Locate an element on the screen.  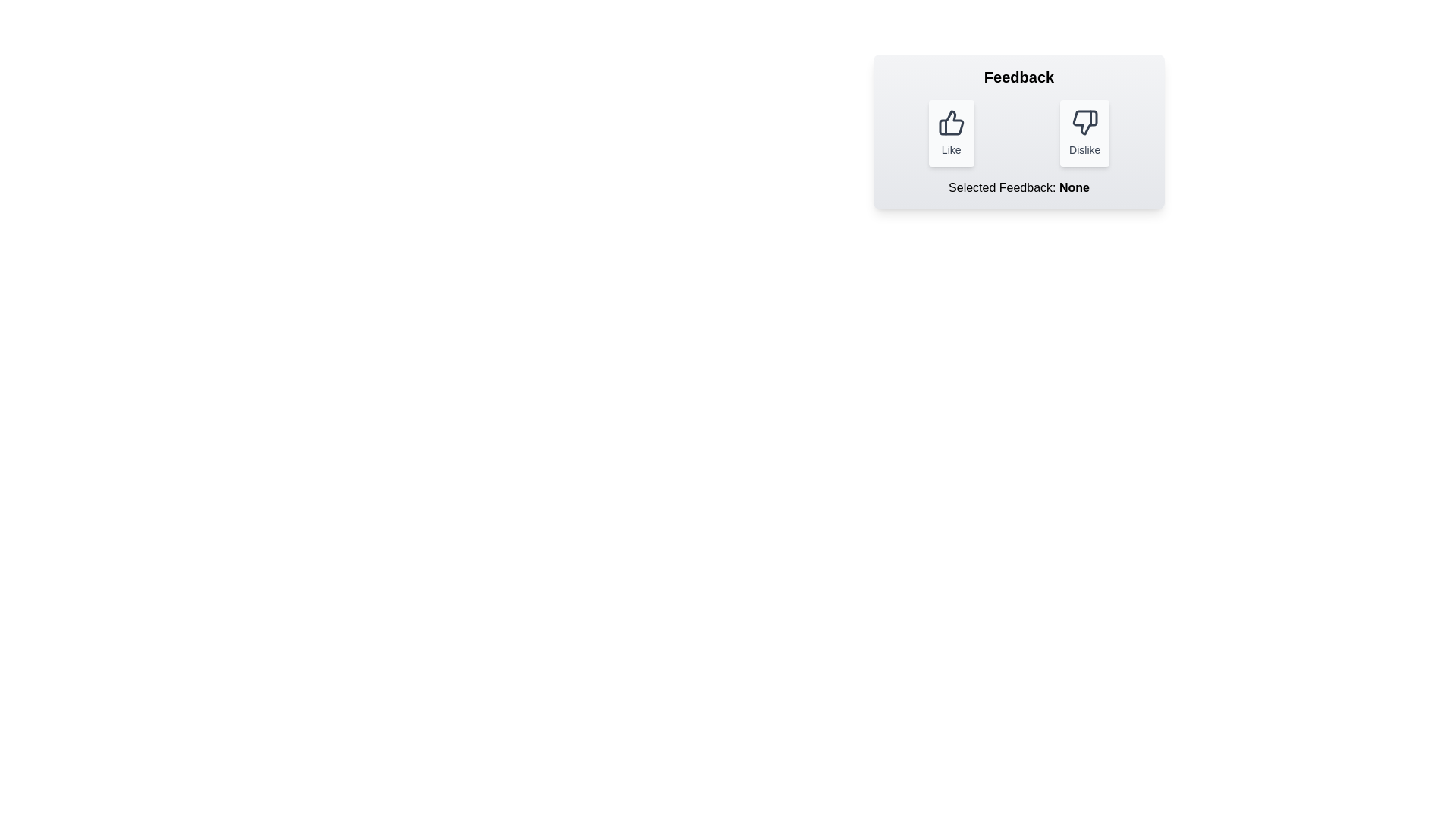
'Like' button to provide positive feedback is located at coordinates (950, 133).